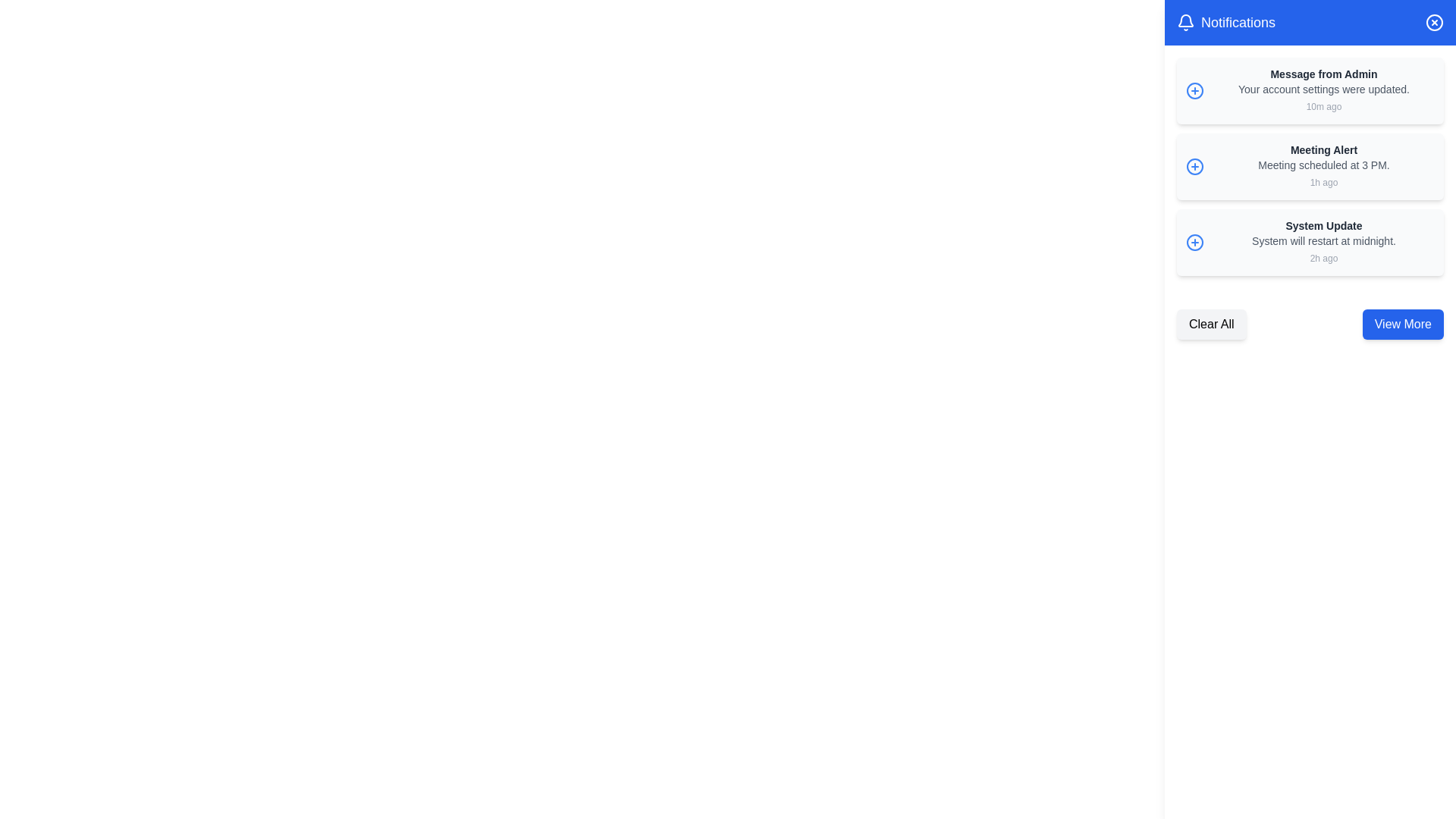 The image size is (1456, 819). Describe the element at coordinates (1310, 242) in the screenshot. I see `the third notification card in the Notifications panel, which informs the user about a system update, located below the Meeting Alert and above the Clear All and View More buttons` at that location.